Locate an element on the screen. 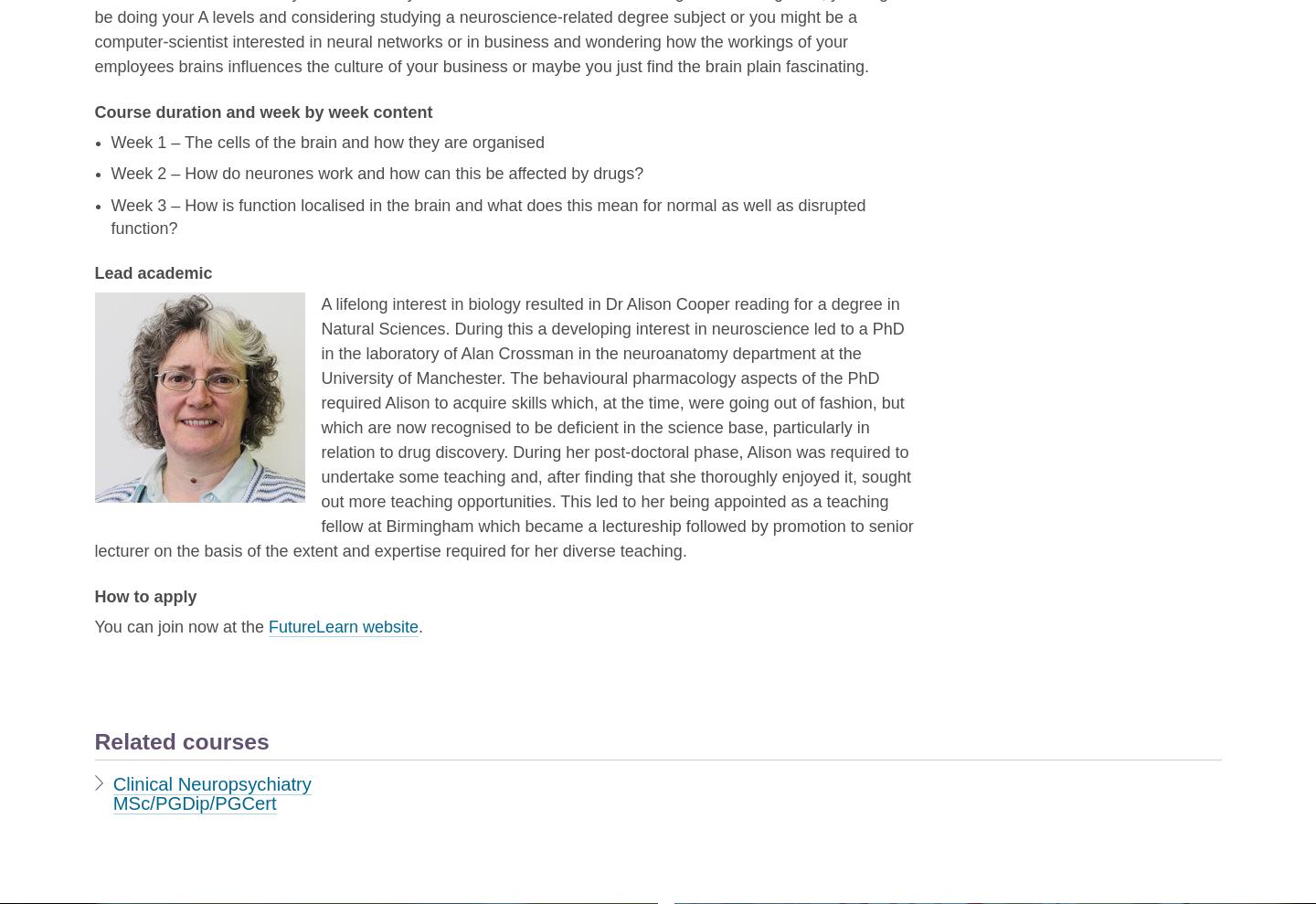  'Week 2 – How do neurones work and how can this be affected by drugs?' is located at coordinates (376, 173).